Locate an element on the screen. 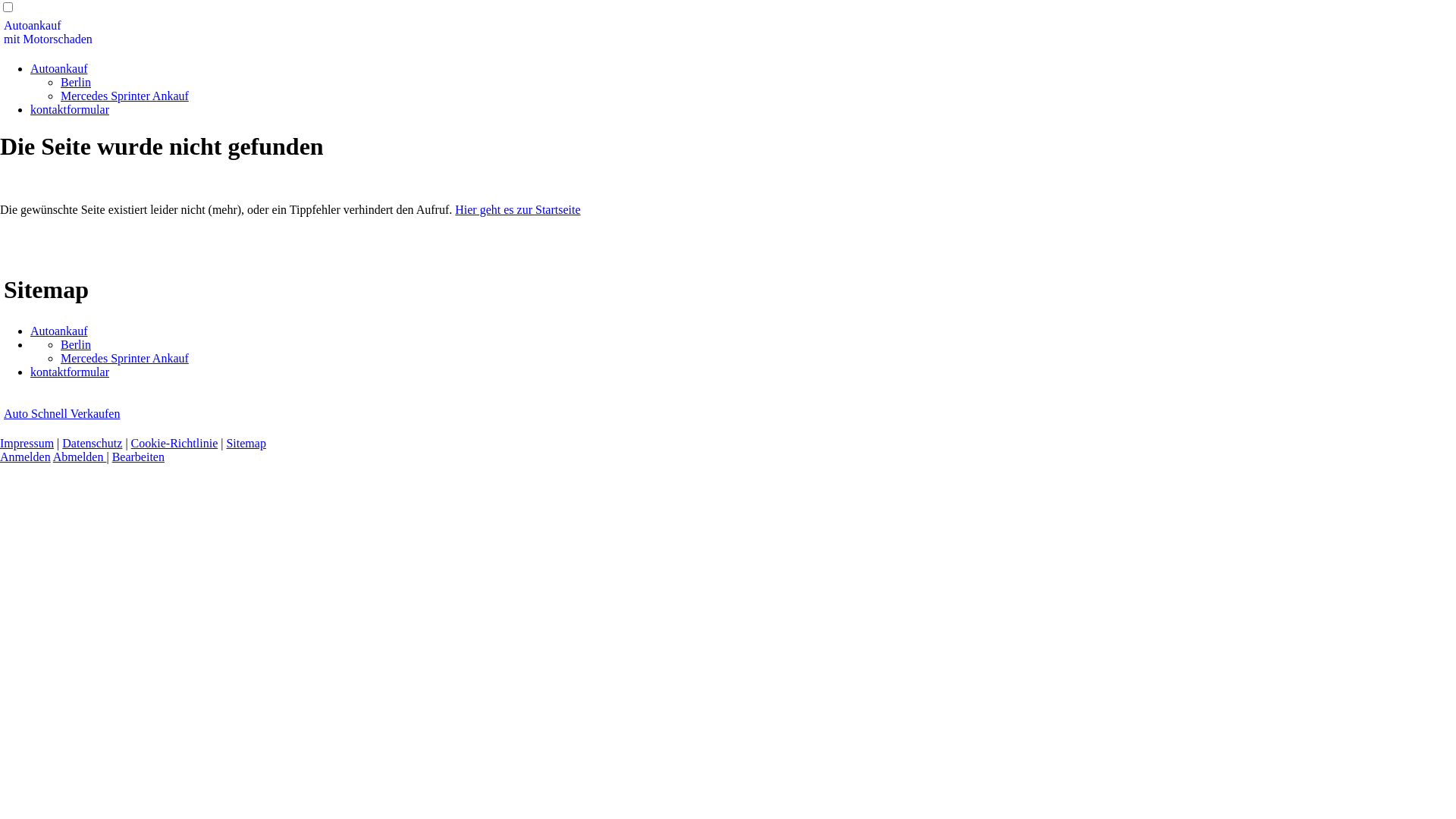  'Berlin' is located at coordinates (75, 344).